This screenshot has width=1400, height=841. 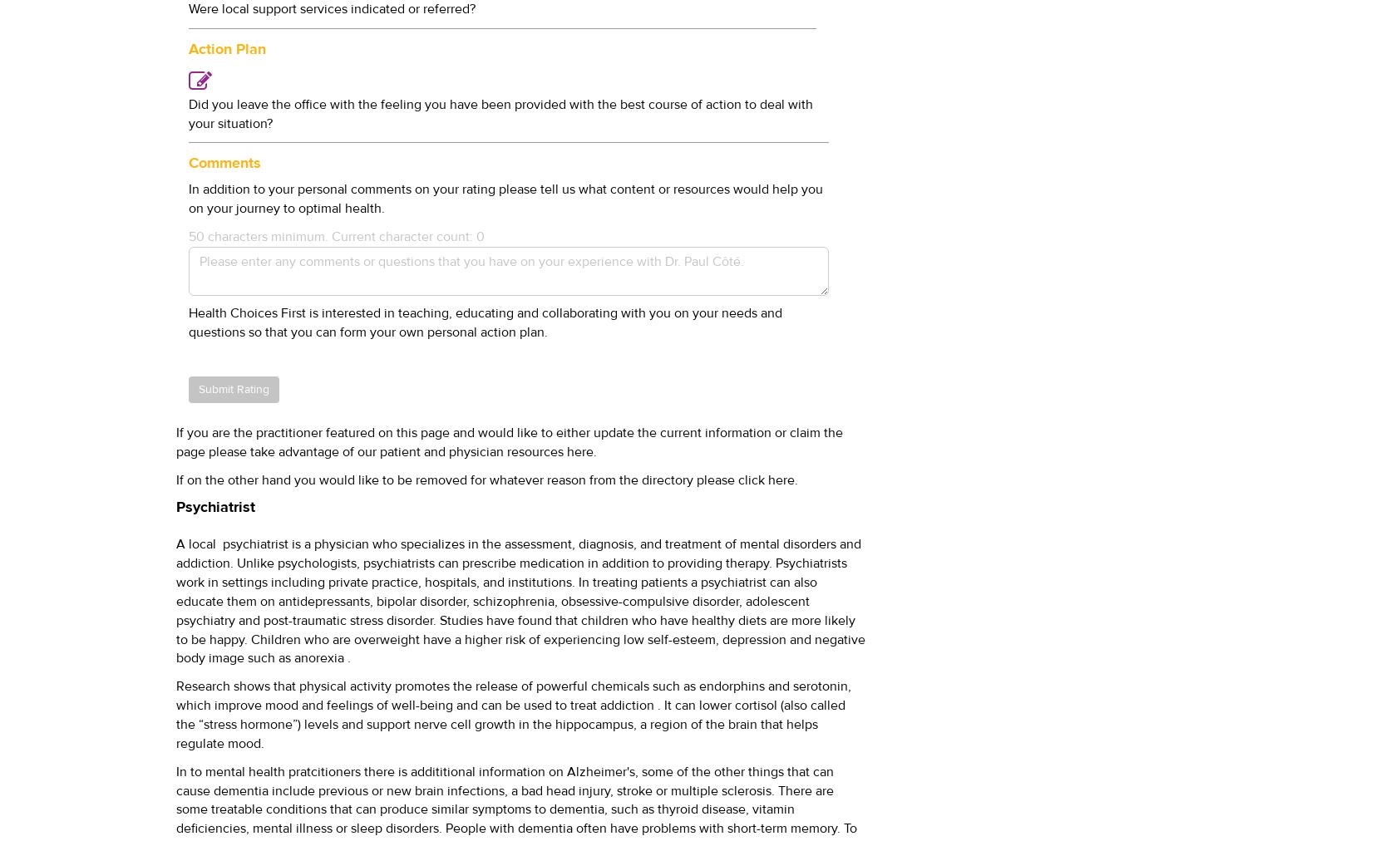 I want to click on 'If on the other hand you would like to be removed for whatever reason from the directory please', so click(x=456, y=479).